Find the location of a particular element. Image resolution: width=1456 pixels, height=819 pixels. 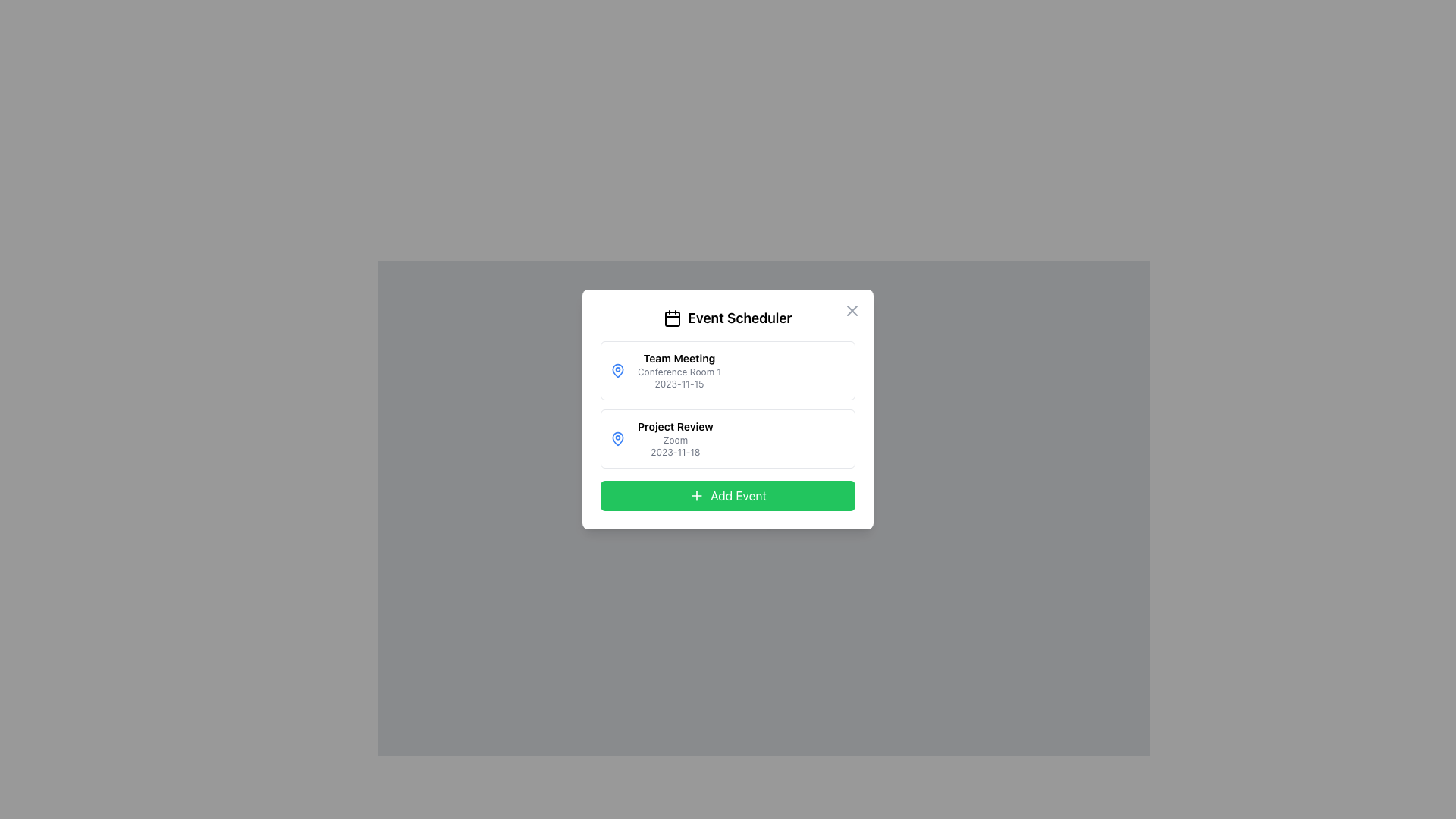

the add event button located at the bottom of the event scheduler modal is located at coordinates (728, 496).